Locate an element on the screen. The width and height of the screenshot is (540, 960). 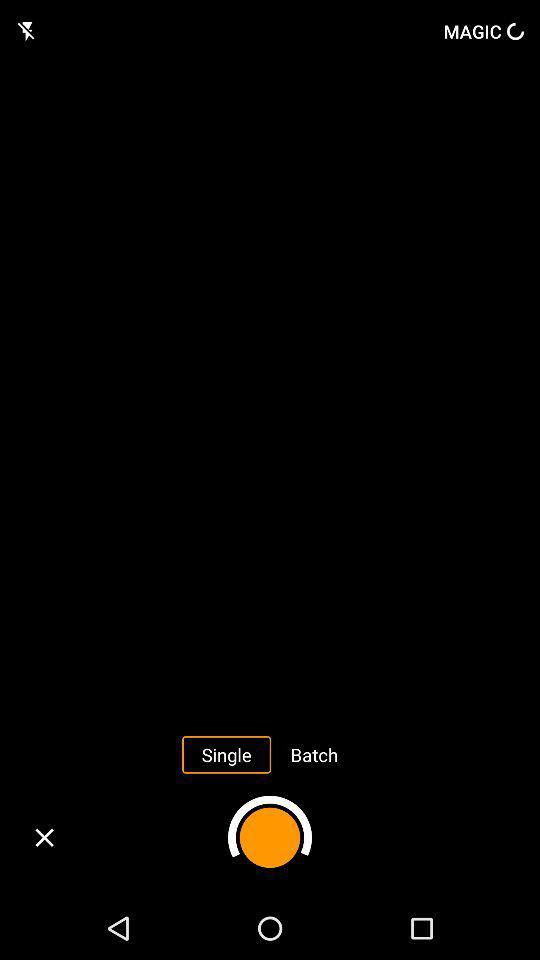
item at the top left corner is located at coordinates (26, 30).